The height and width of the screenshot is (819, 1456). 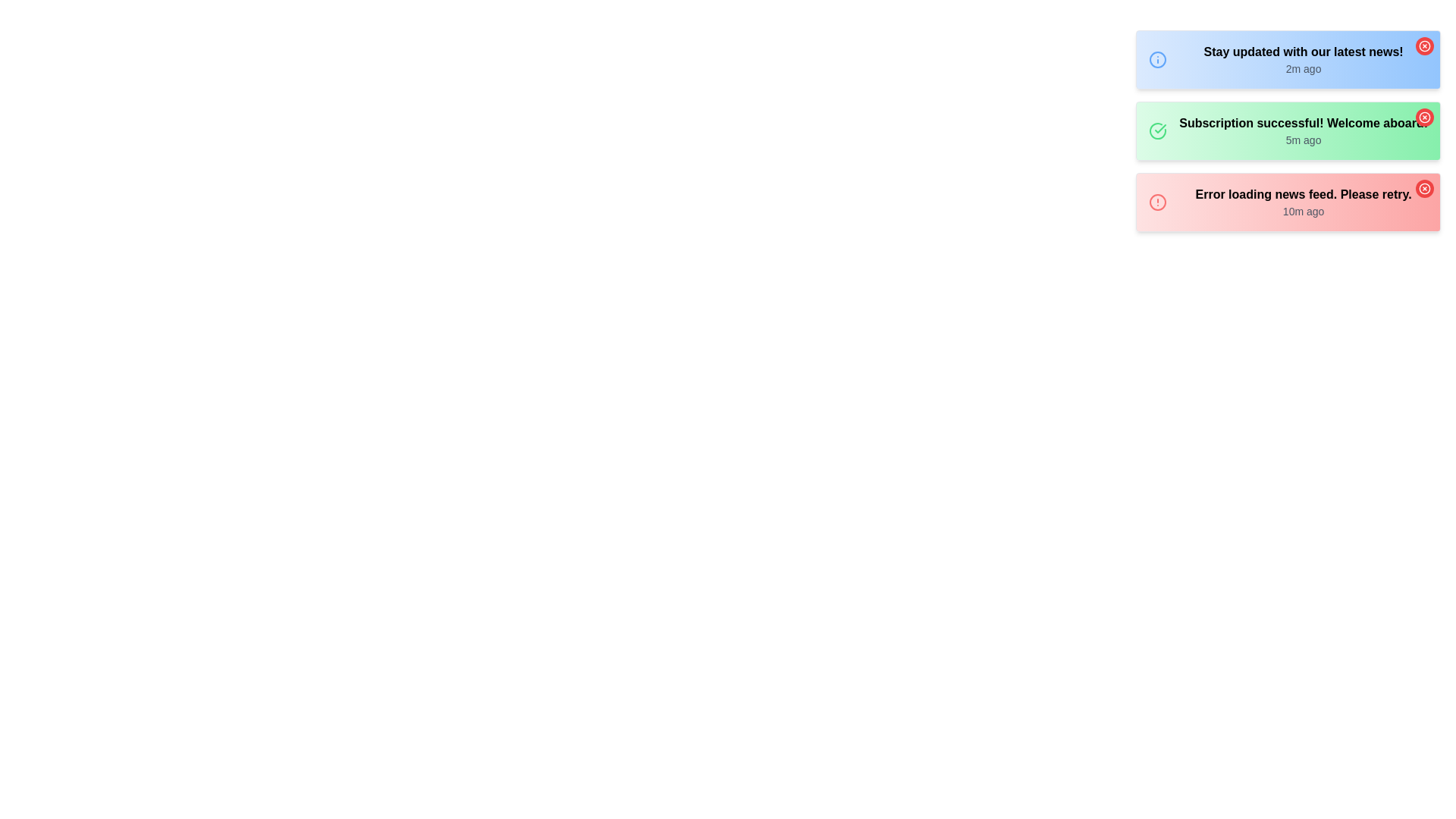 What do you see at coordinates (1423, 45) in the screenshot?
I see `the circular red button with a white 'X' icon located at the top-right corner of the blue notification box titled 'Stay updated with our latest news!'` at bounding box center [1423, 45].